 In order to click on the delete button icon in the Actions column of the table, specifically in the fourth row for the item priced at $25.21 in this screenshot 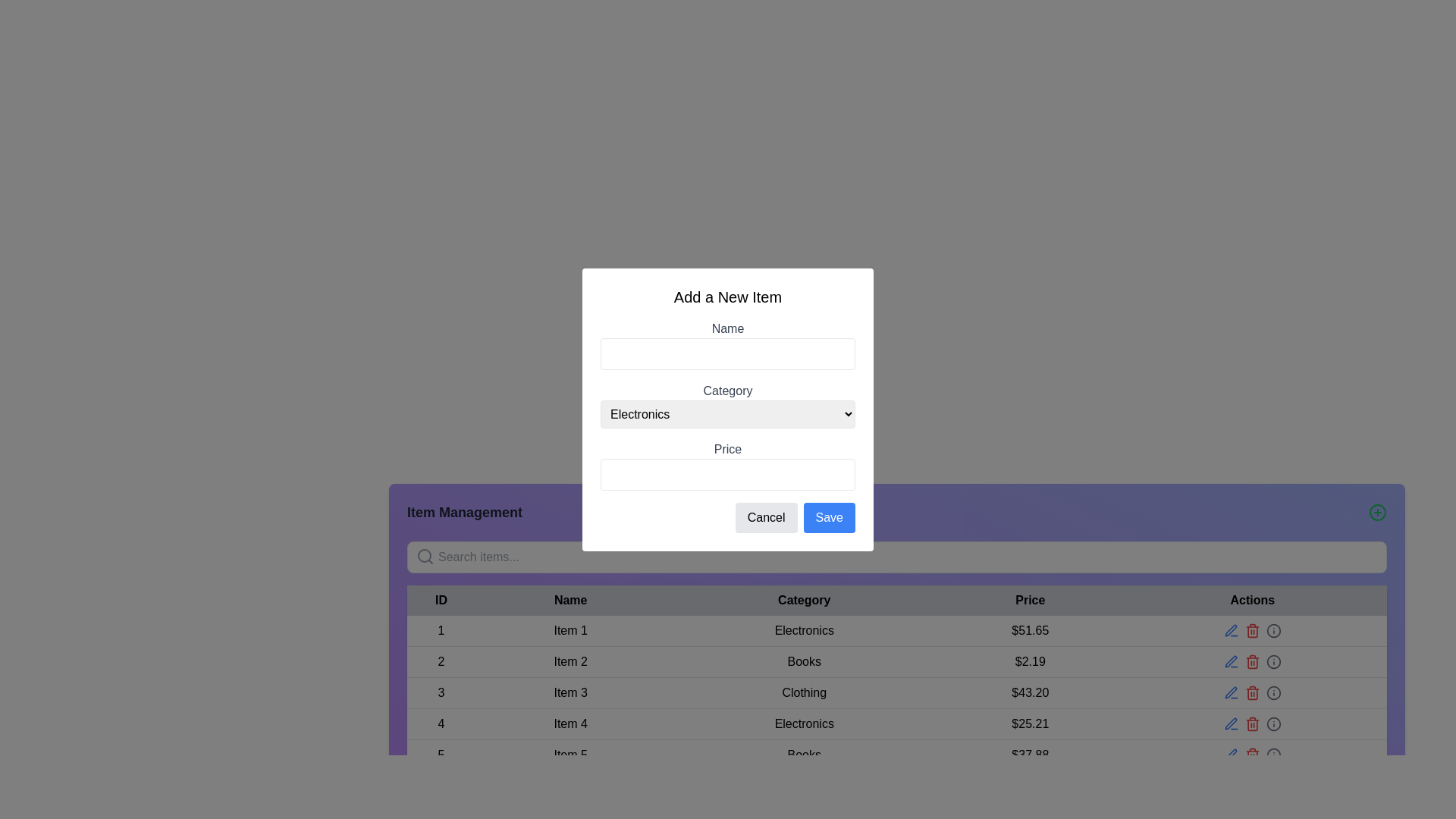, I will do `click(1252, 723)`.